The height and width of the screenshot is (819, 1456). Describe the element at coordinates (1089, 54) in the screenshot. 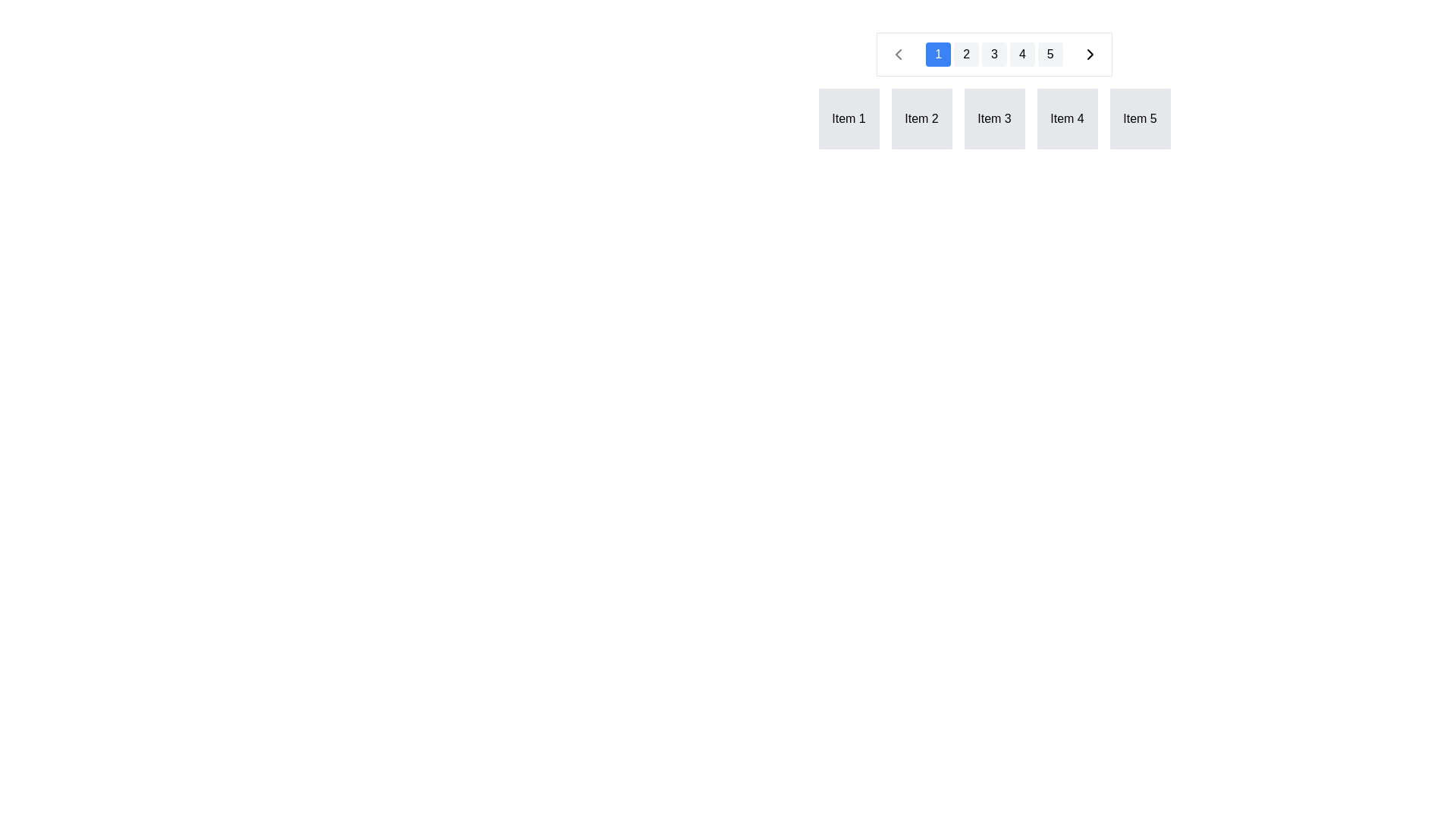

I see `the navigation chevron icon located to the right of the numeric buttons in the pagination control` at that location.